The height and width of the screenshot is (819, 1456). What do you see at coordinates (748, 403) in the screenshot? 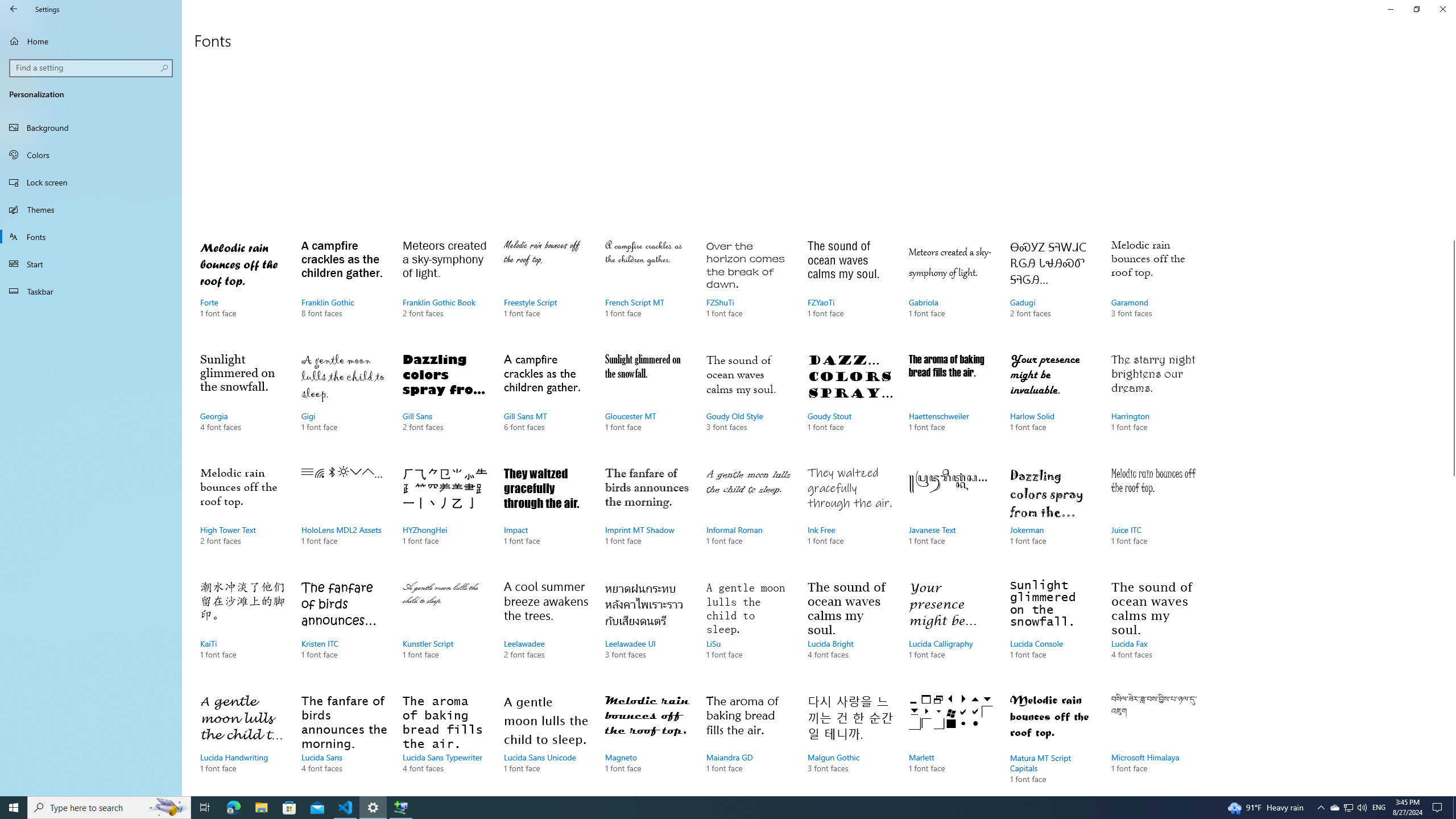
I see `'Goudy Old Style, 3 font faces'` at bounding box center [748, 403].